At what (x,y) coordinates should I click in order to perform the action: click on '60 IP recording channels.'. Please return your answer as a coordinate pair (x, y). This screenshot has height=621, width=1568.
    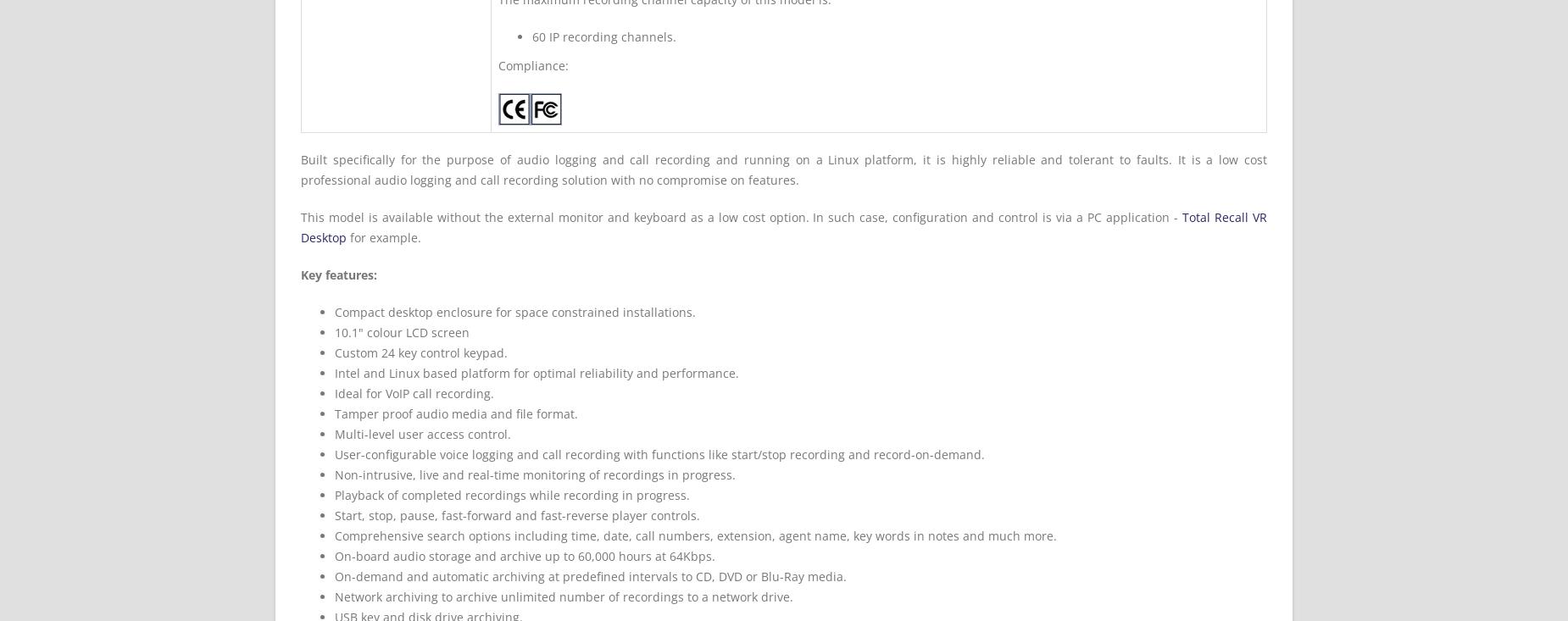
    Looking at the image, I should click on (603, 36).